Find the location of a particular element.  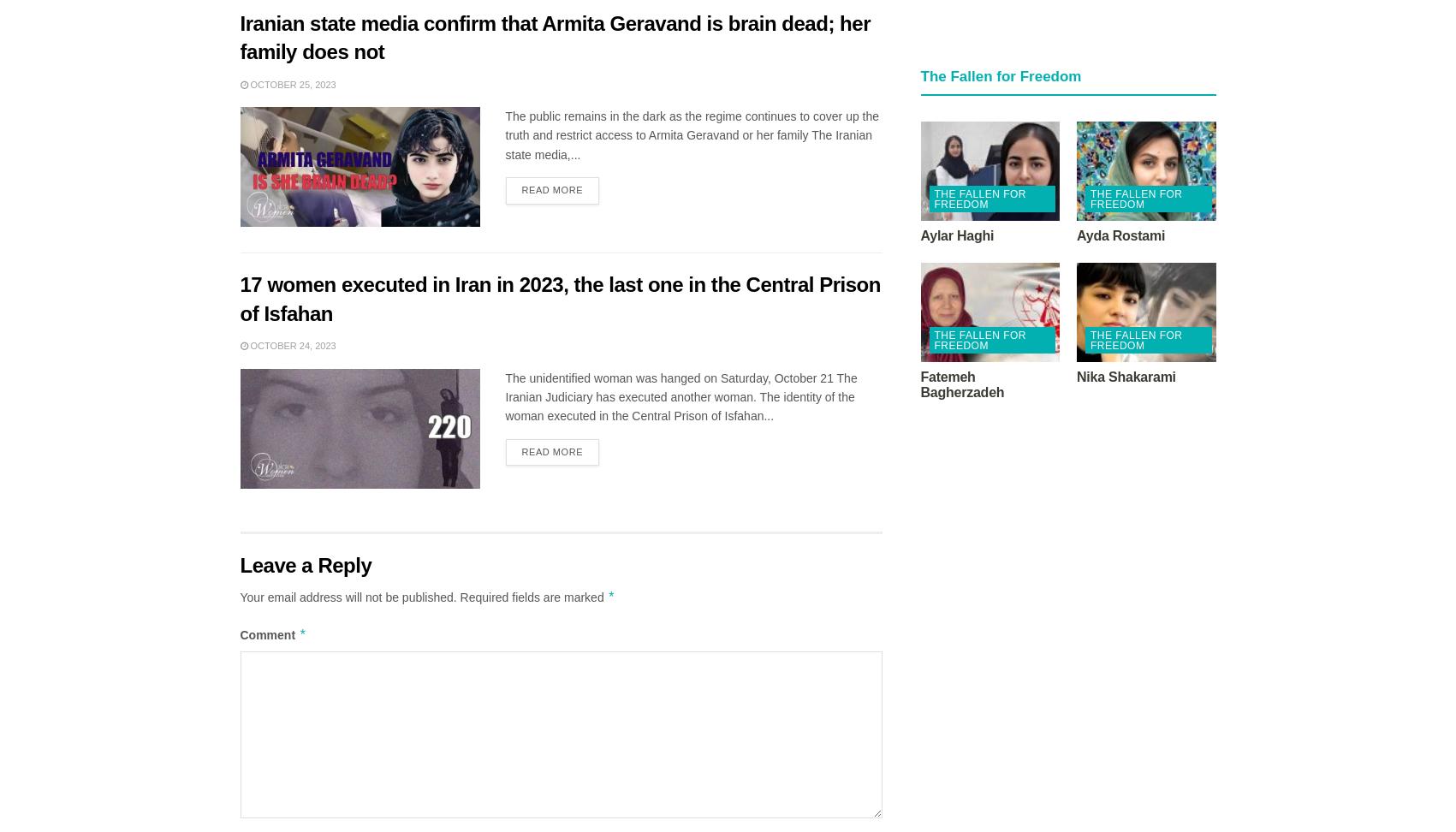

'The public remains in the dark as the regime continues to cover up the truth and restrict access to Armita Geravand or her family The Iranian state media,...' is located at coordinates (692, 135).